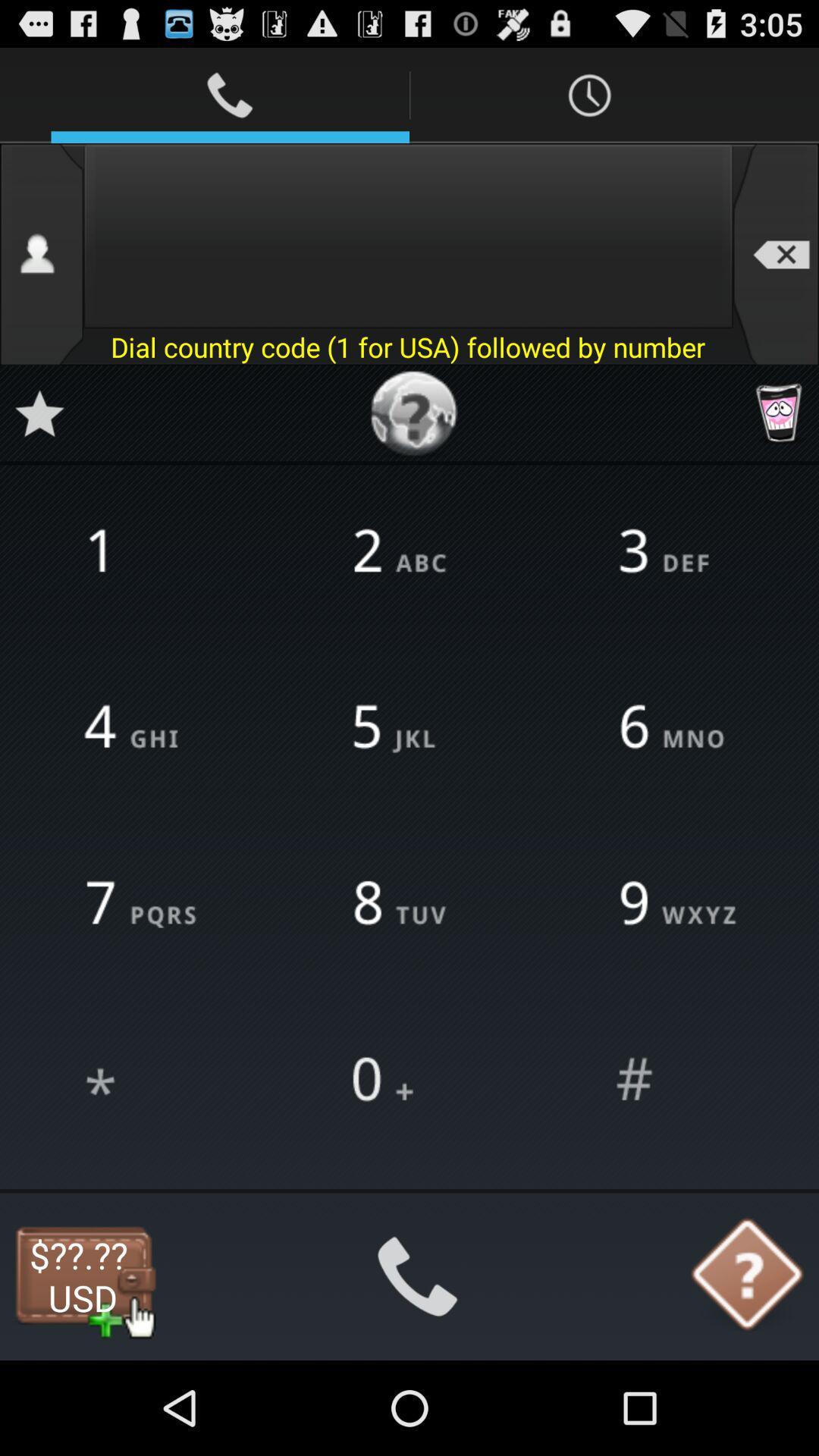 The height and width of the screenshot is (1456, 819). What do you see at coordinates (39, 441) in the screenshot?
I see `the star icon` at bounding box center [39, 441].